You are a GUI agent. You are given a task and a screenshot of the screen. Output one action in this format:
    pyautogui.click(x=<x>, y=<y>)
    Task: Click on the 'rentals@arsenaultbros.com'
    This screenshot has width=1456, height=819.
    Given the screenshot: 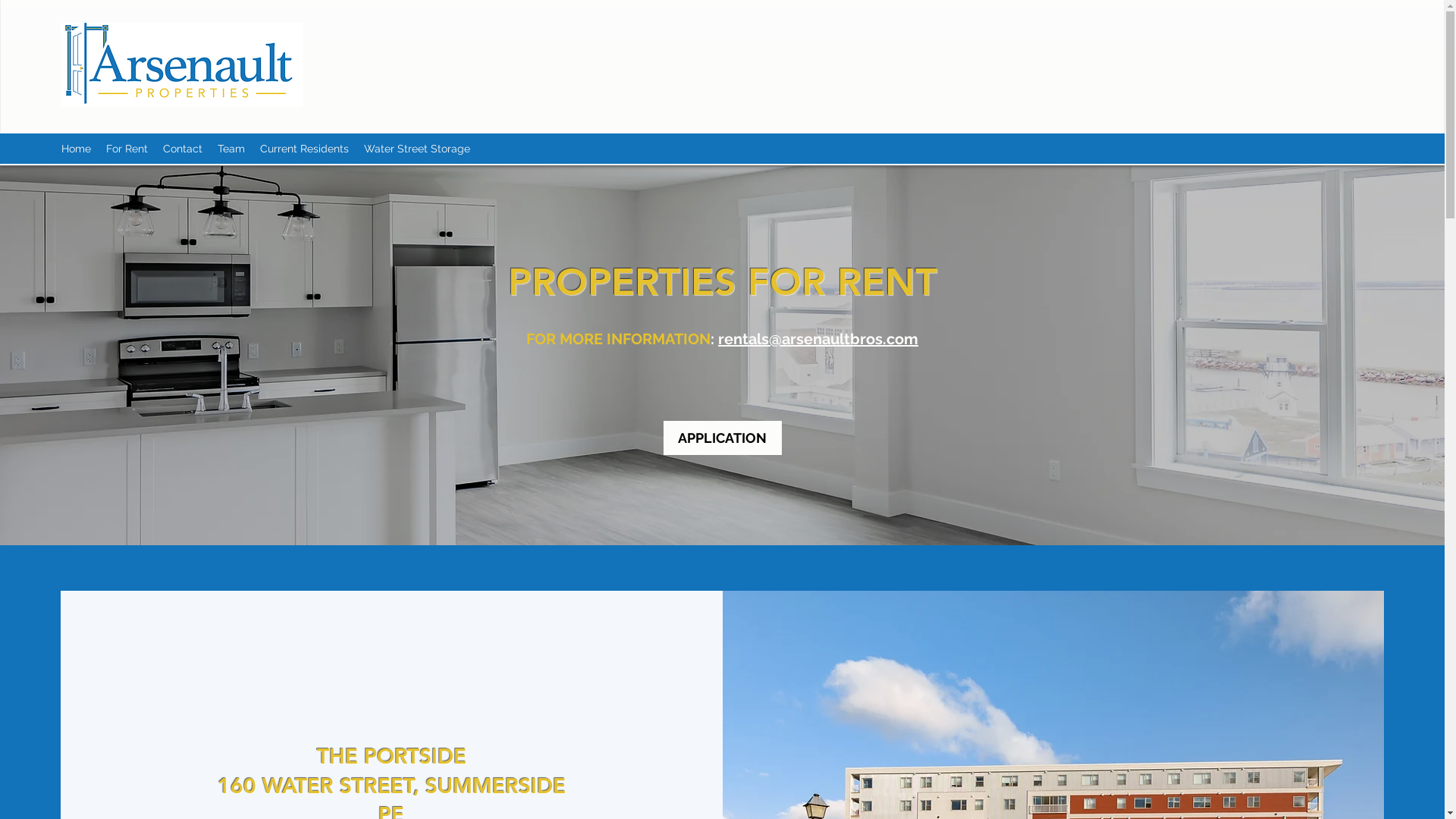 What is the action you would take?
    pyautogui.click(x=817, y=338)
    